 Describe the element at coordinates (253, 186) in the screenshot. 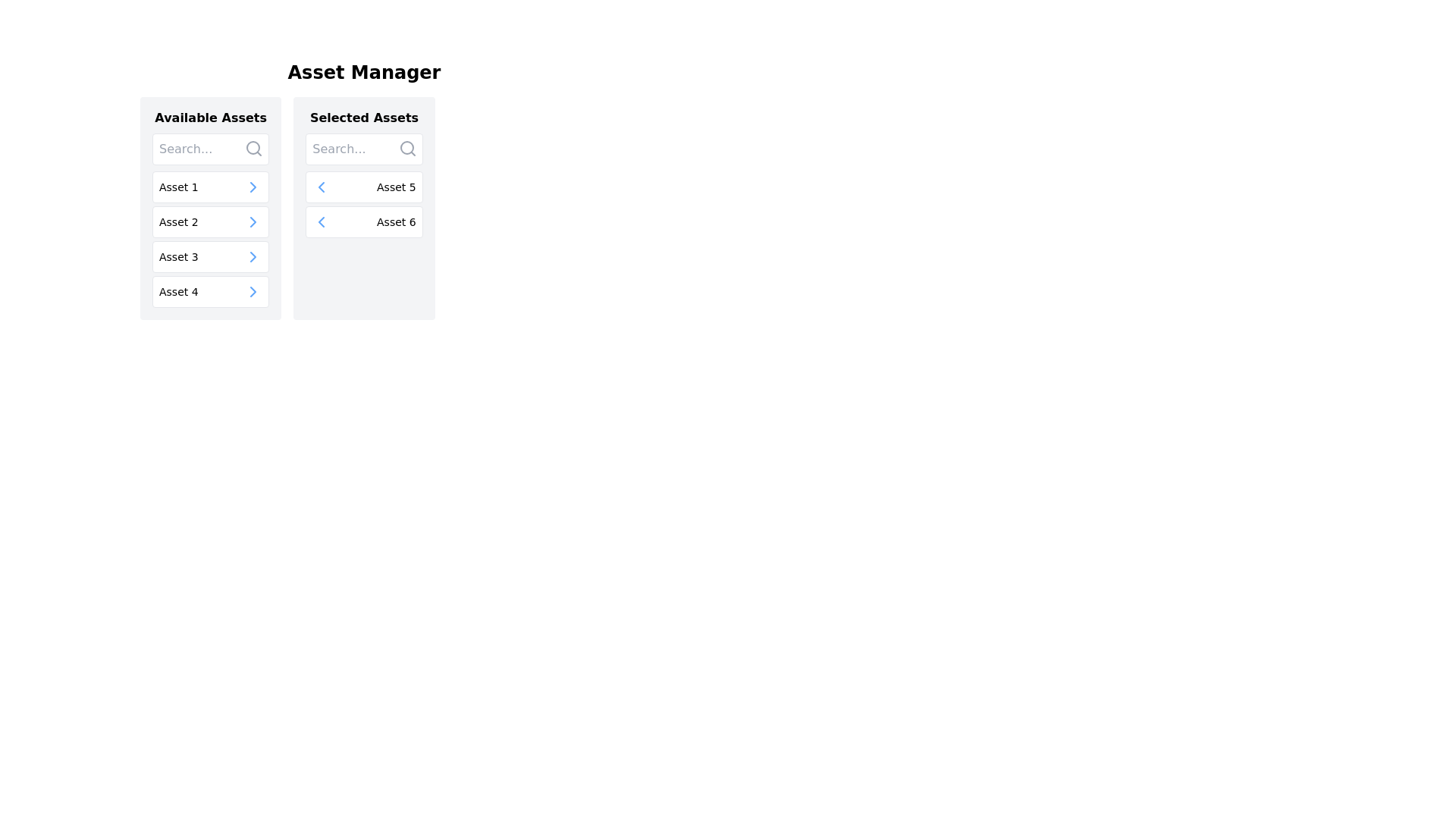

I see `the navigational icon next to the 'Asset 1' label` at that location.